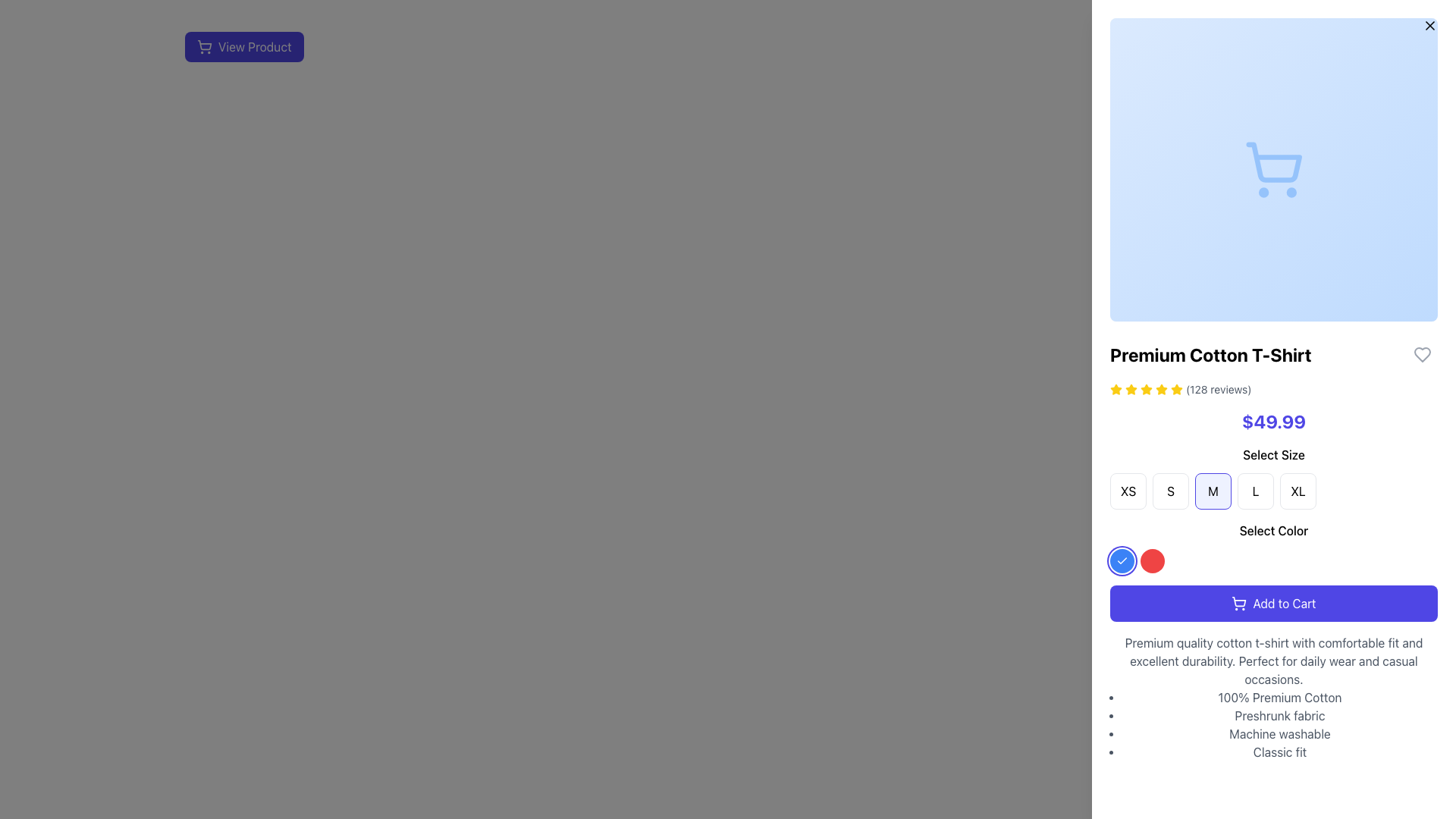  What do you see at coordinates (1131, 388) in the screenshot?
I see `the first Rating Star Icon located in the product details section, which serves as a visual indicator of the product's rating` at bounding box center [1131, 388].